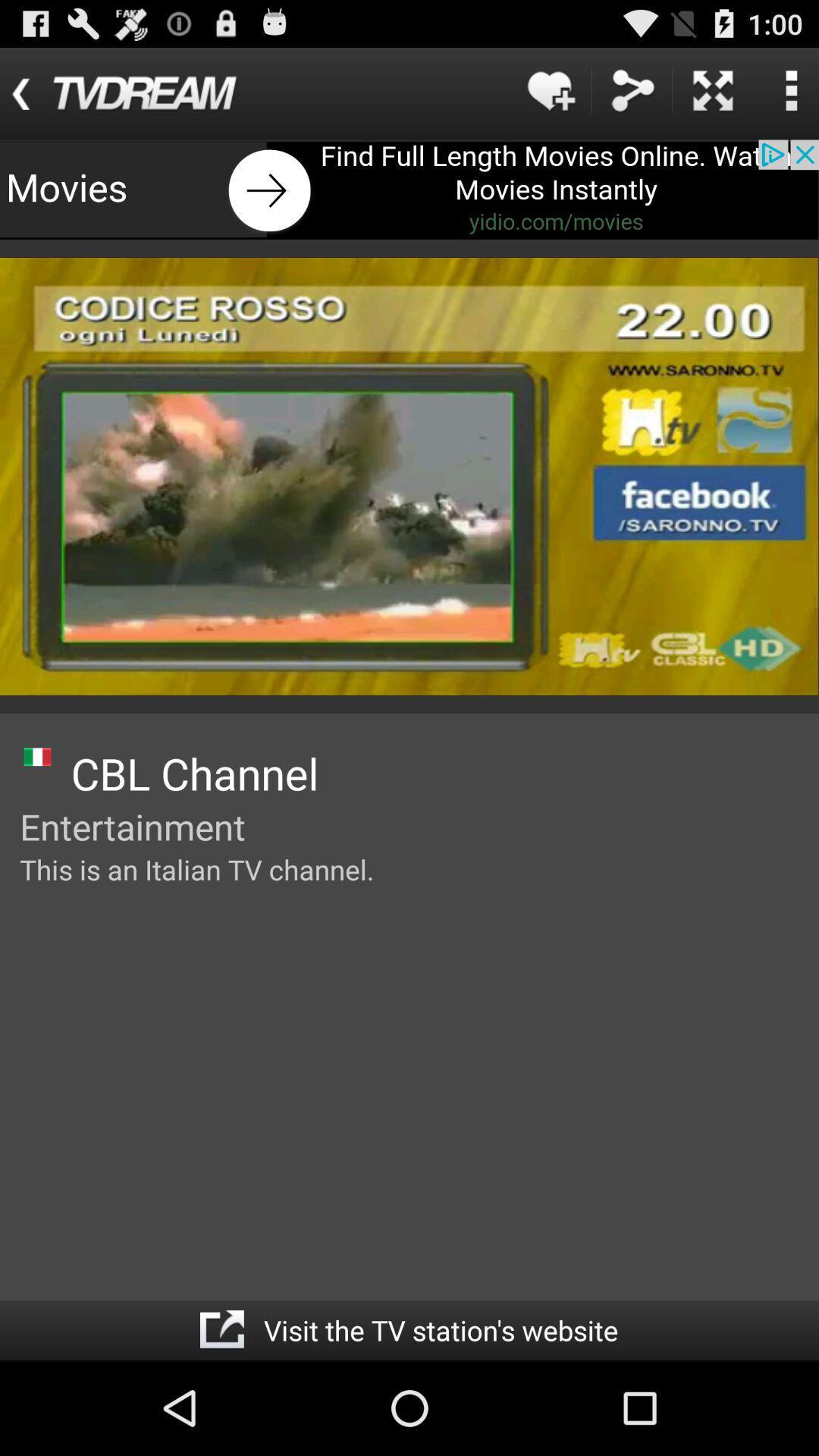 This screenshot has width=819, height=1456. Describe the element at coordinates (221, 1329) in the screenshot. I see `visit the station you on ons website` at that location.